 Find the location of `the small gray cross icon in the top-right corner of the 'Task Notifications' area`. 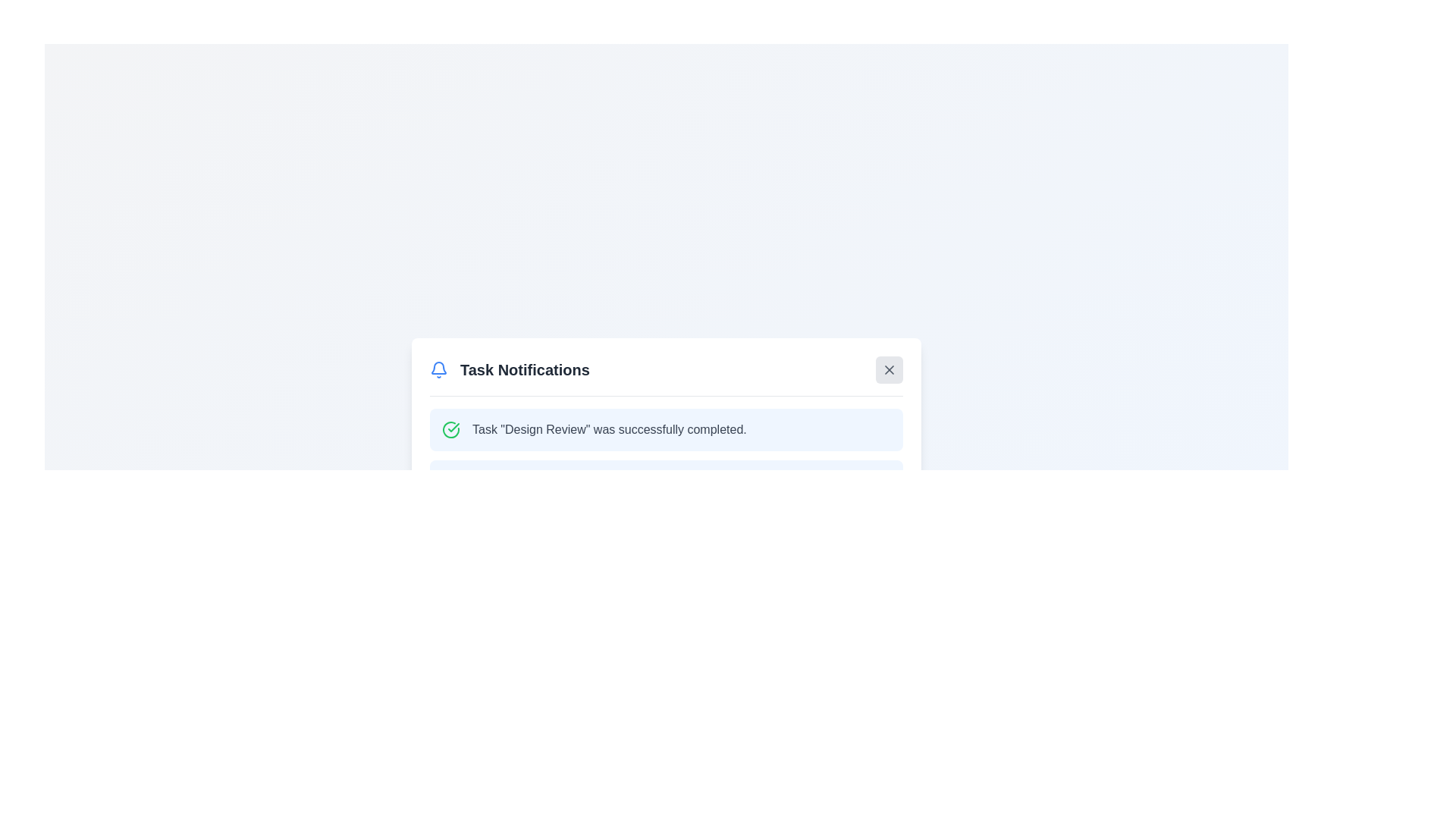

the small gray cross icon in the top-right corner of the 'Task Notifications' area is located at coordinates (889, 369).